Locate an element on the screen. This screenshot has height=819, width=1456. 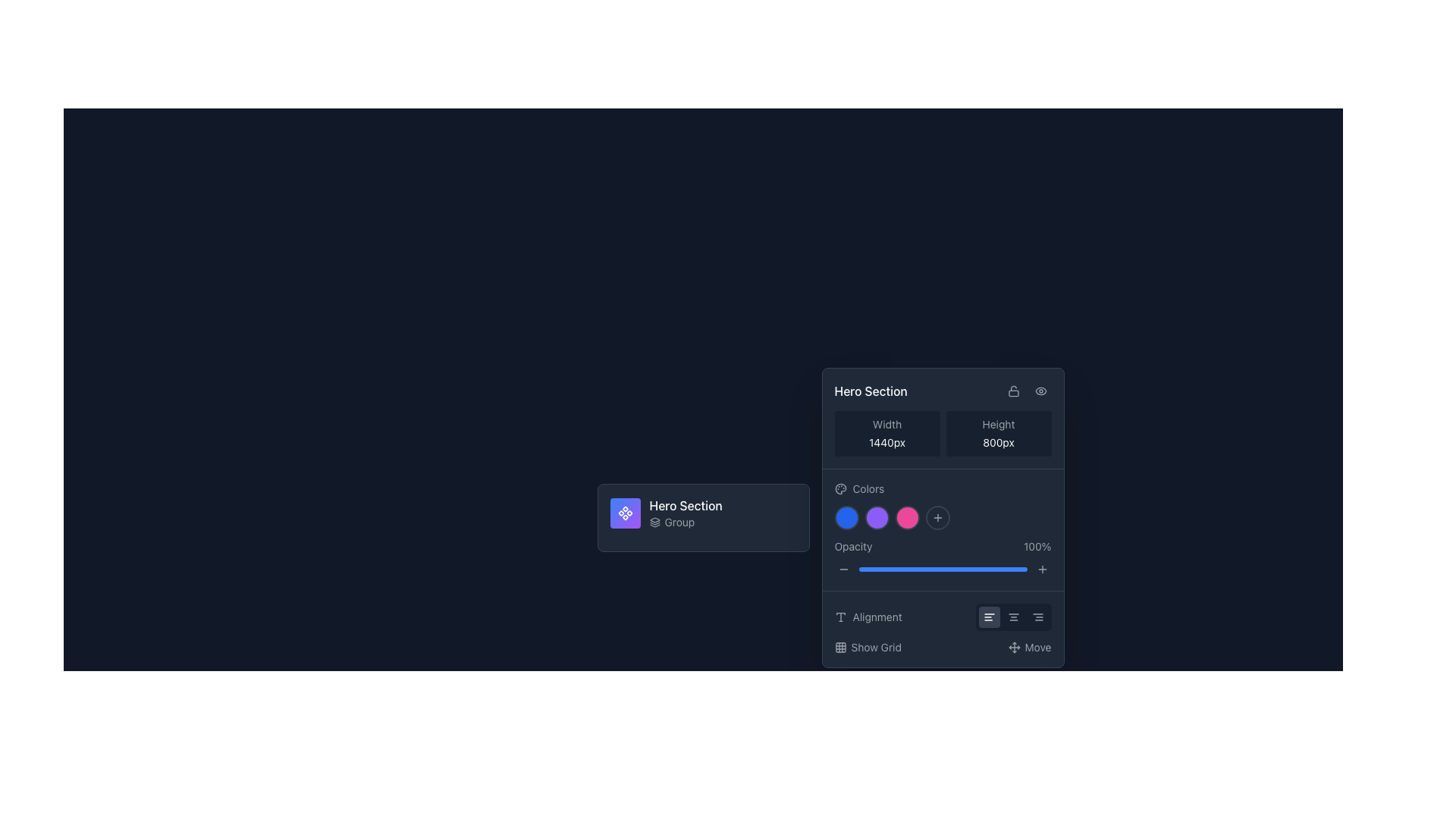
the progress bar, which is a thin, rectangular horizontal bar with rounded ends, styled with a gray background and a blue inner section indicating progress, located centrally among its siblings is located at coordinates (942, 570).